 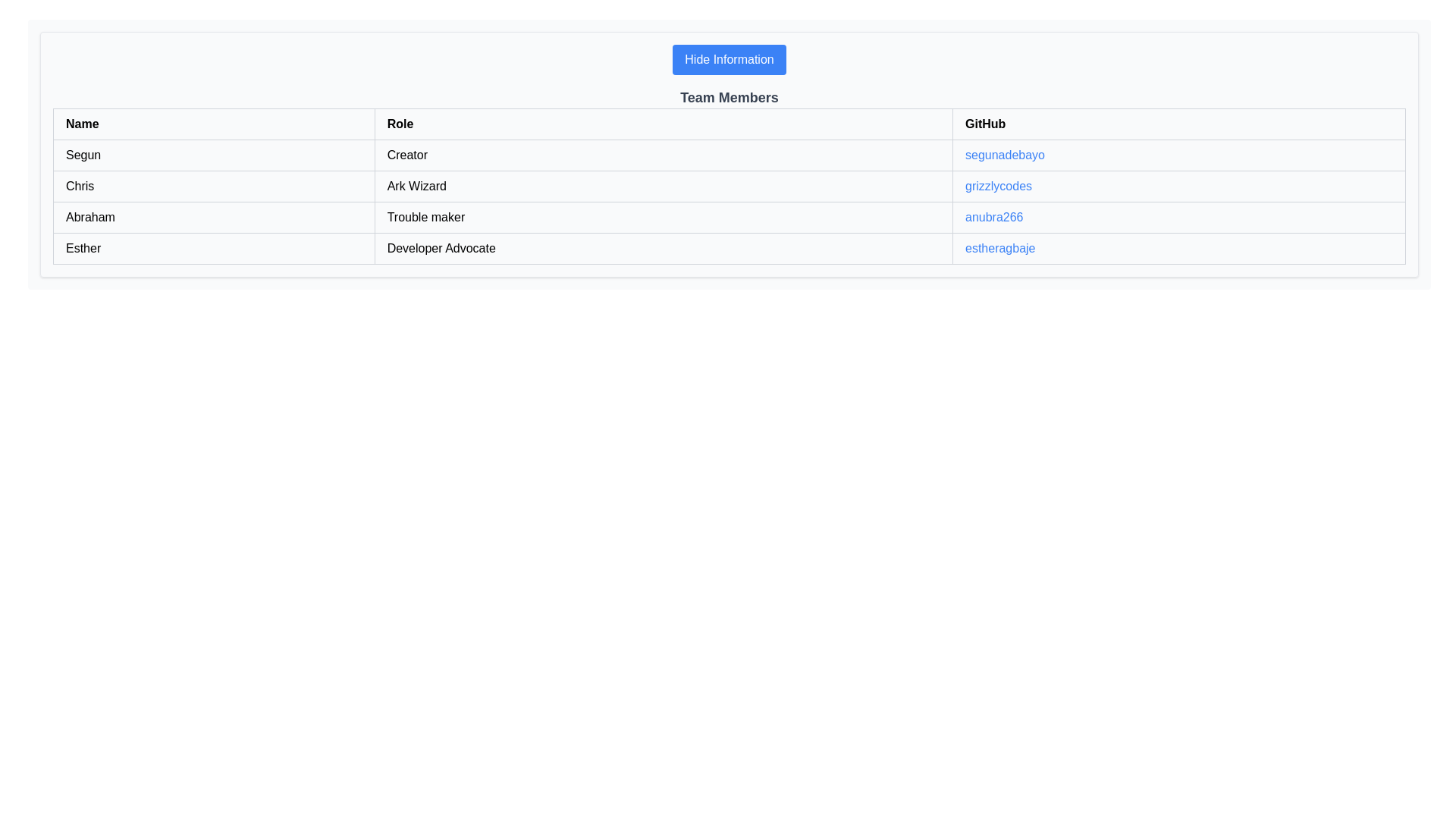 What do you see at coordinates (729, 97) in the screenshot?
I see `bold text labeled 'Team Members' which is styled in gray color and serves as a heading above the team member details table` at bounding box center [729, 97].